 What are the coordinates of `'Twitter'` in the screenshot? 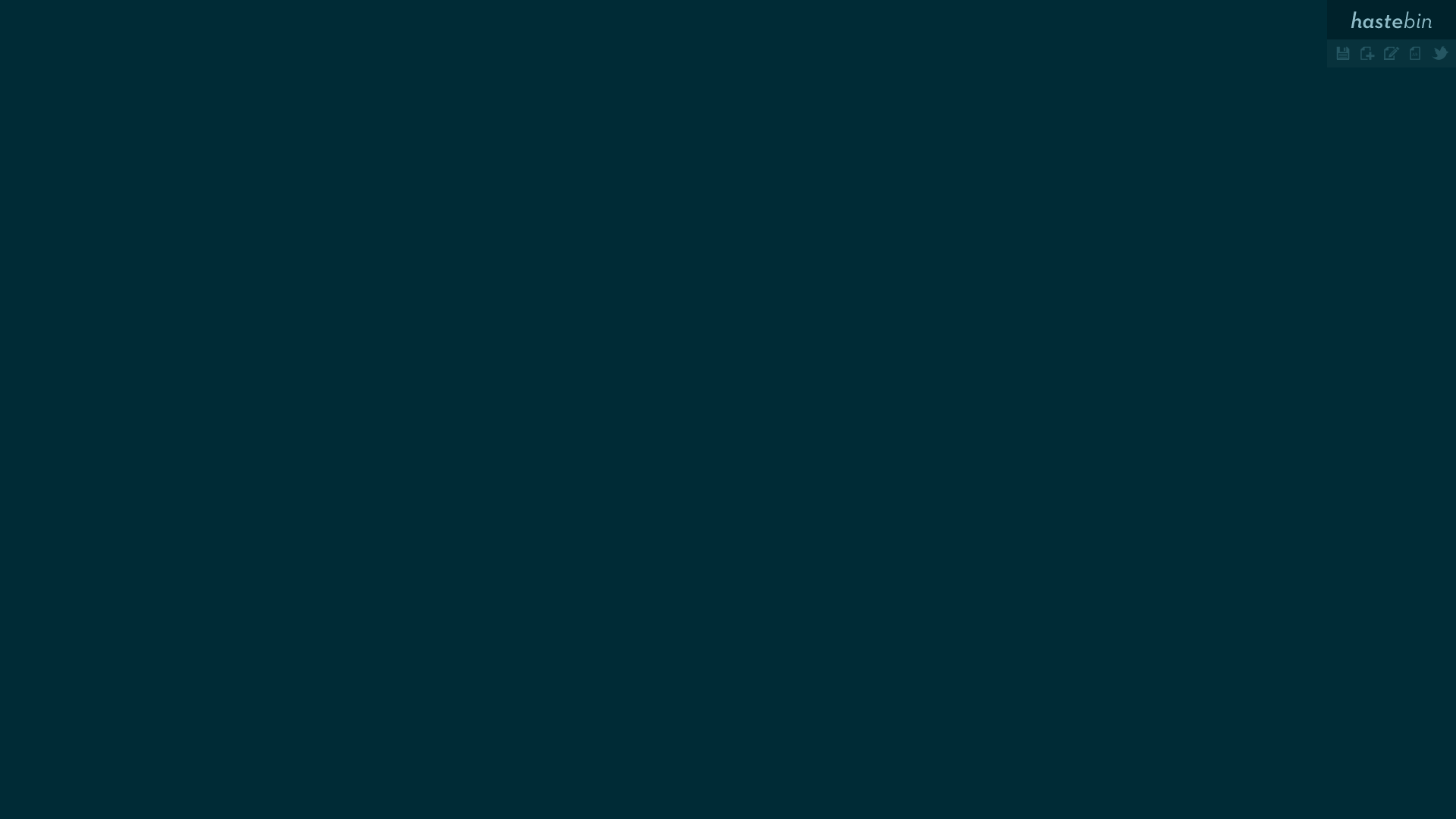 It's located at (1426, 52).